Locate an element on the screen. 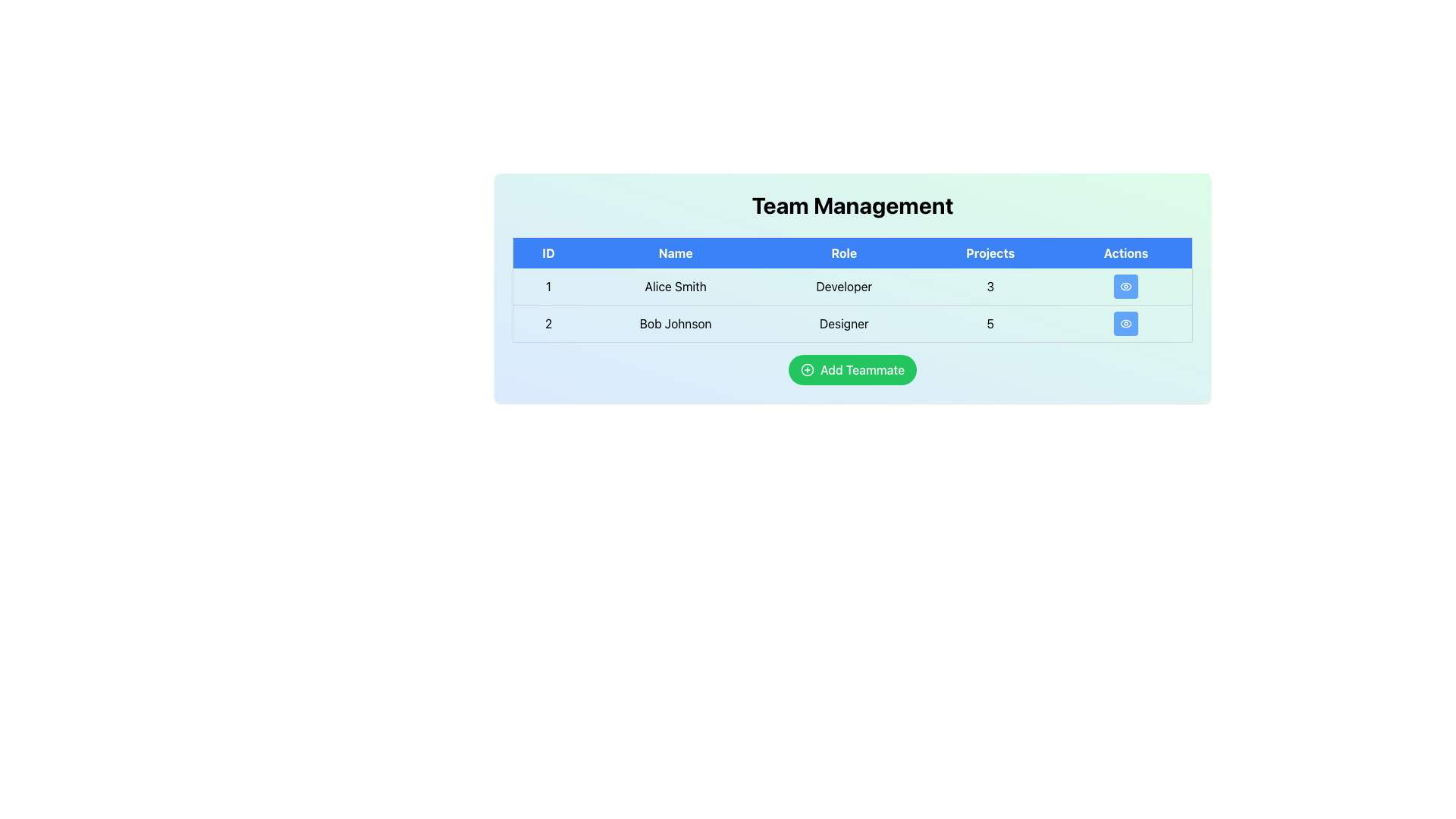 This screenshot has width=1456, height=819. the action button in the 'Actions' column of the first row under 'Team Management' is located at coordinates (1126, 287).